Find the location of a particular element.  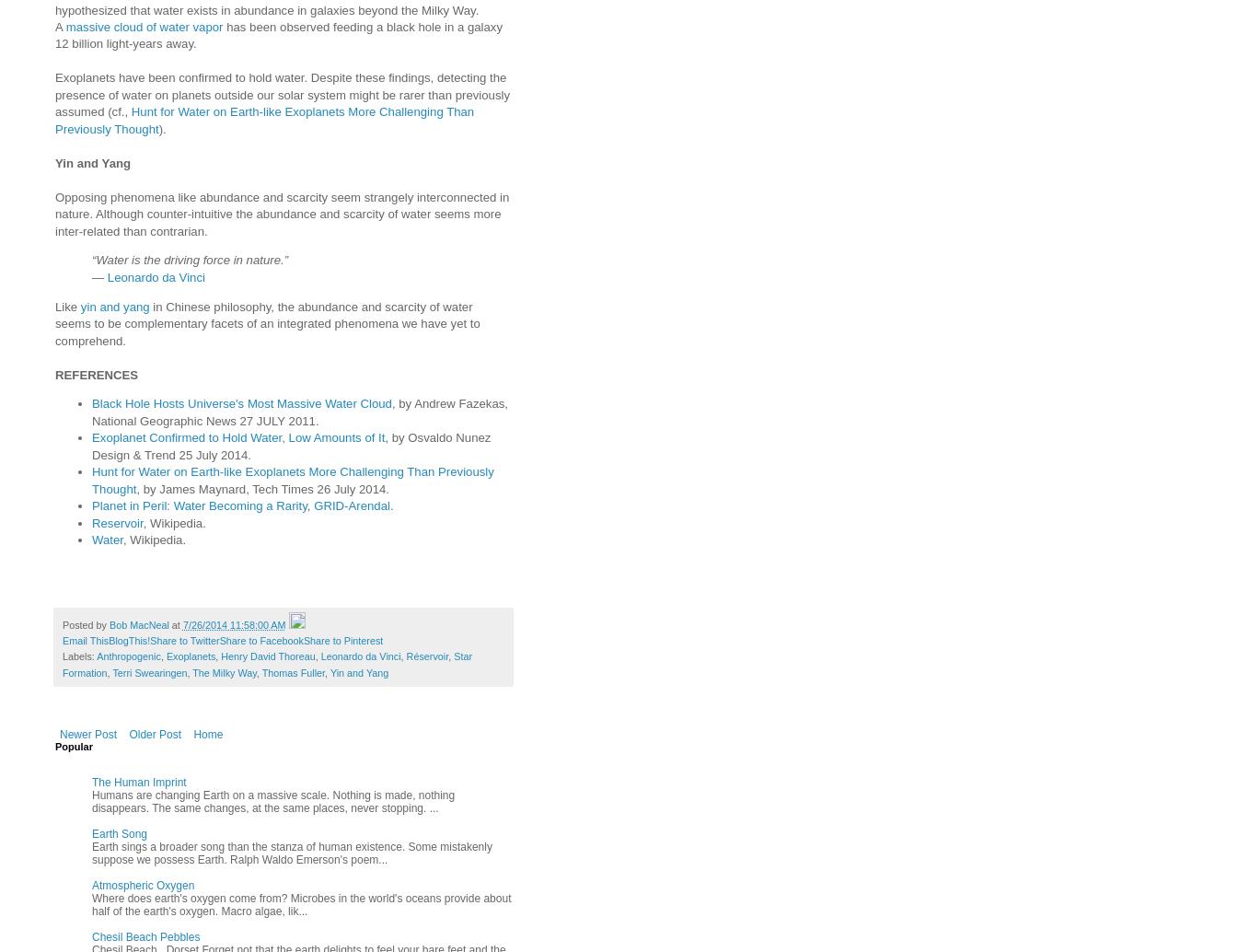

', by Andrew Fazekas, National Geographic News
27 JULY 2011.' is located at coordinates (90, 411).